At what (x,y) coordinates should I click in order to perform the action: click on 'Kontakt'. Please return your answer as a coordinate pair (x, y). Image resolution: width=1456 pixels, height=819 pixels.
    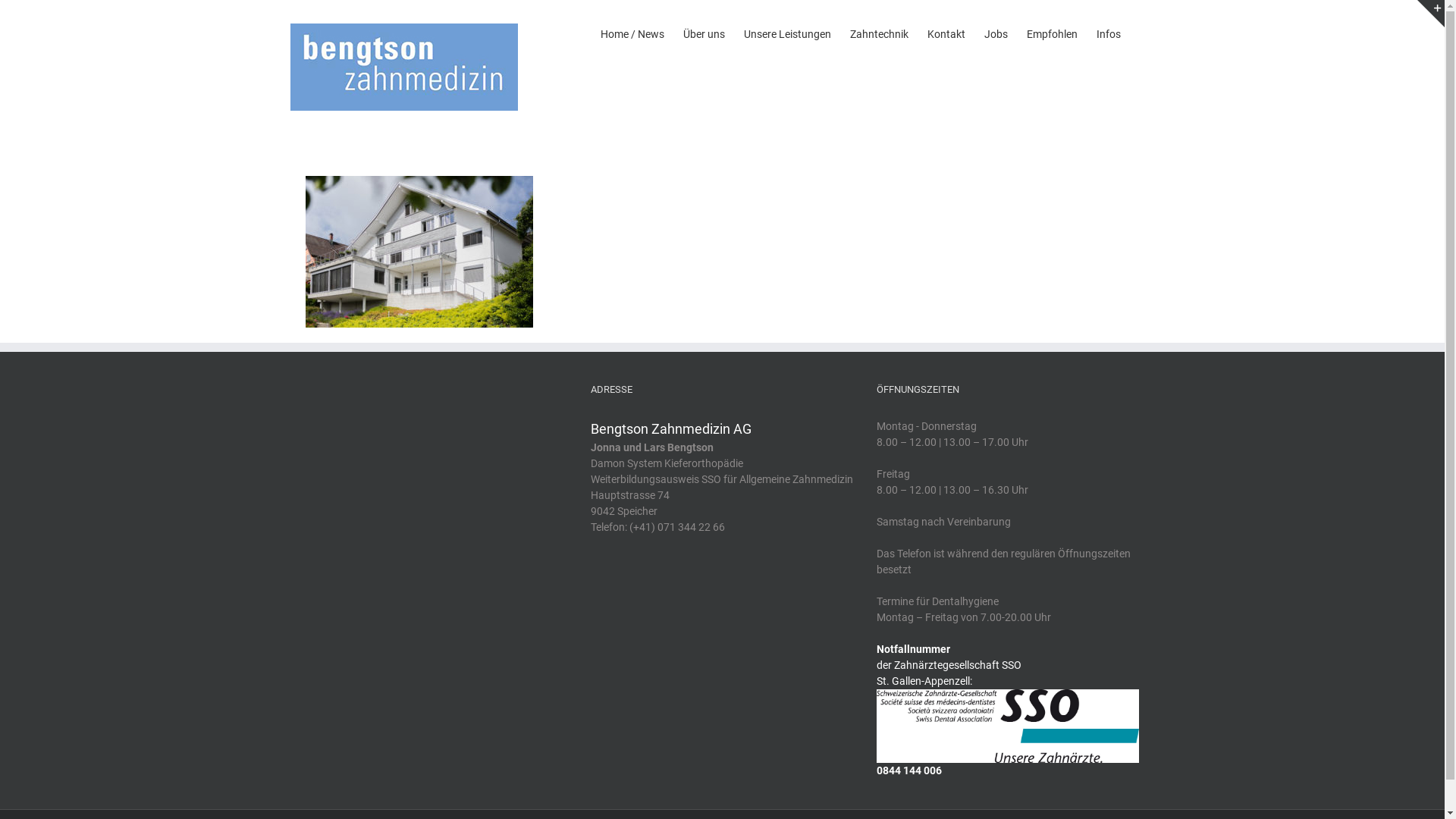
    Looking at the image, I should click on (945, 32).